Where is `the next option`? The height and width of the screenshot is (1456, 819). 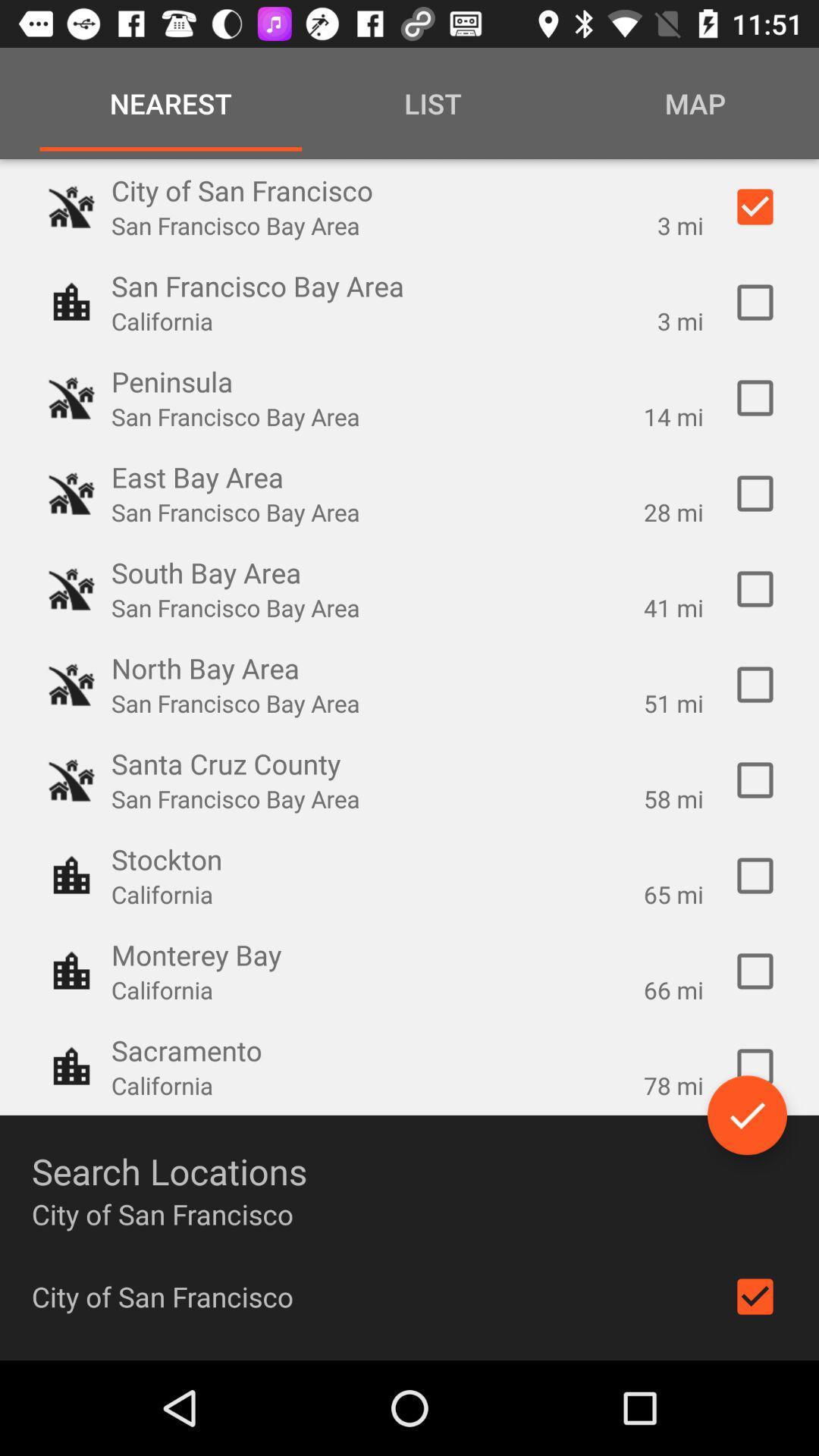 the next option is located at coordinates (755, 302).